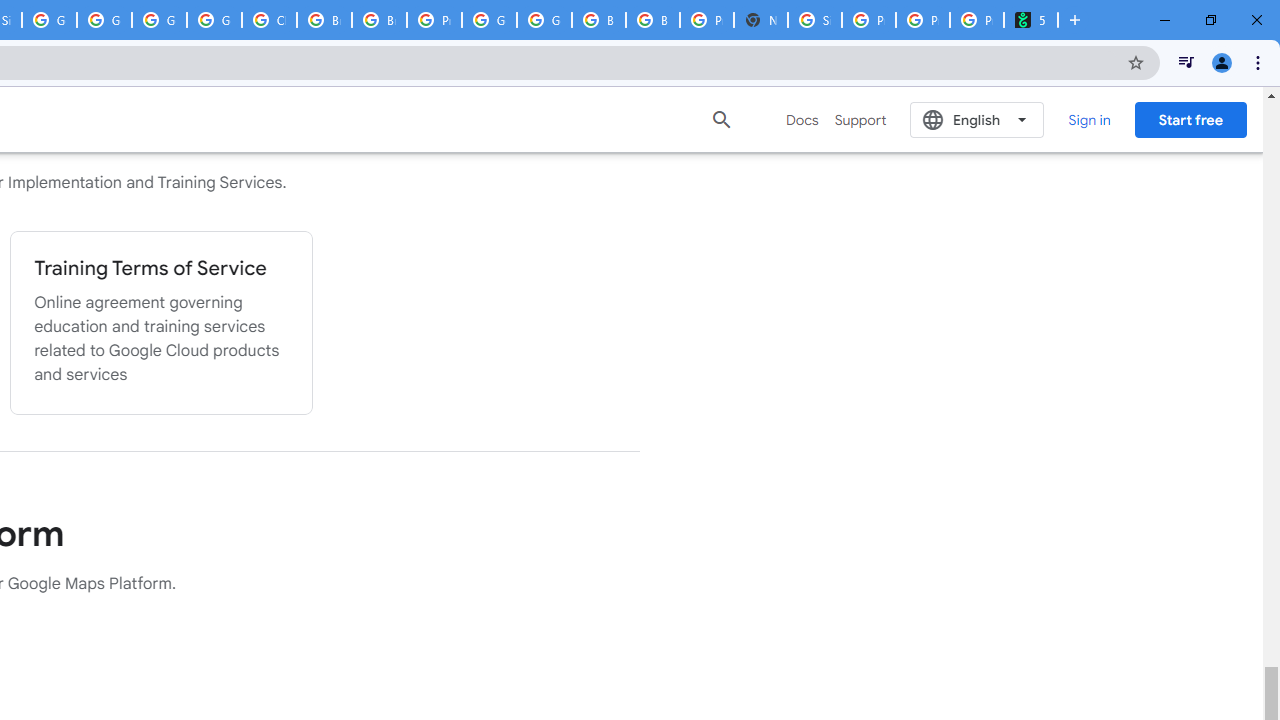  Describe the element at coordinates (815, 20) in the screenshot. I see `'Sign in - Google Accounts'` at that location.